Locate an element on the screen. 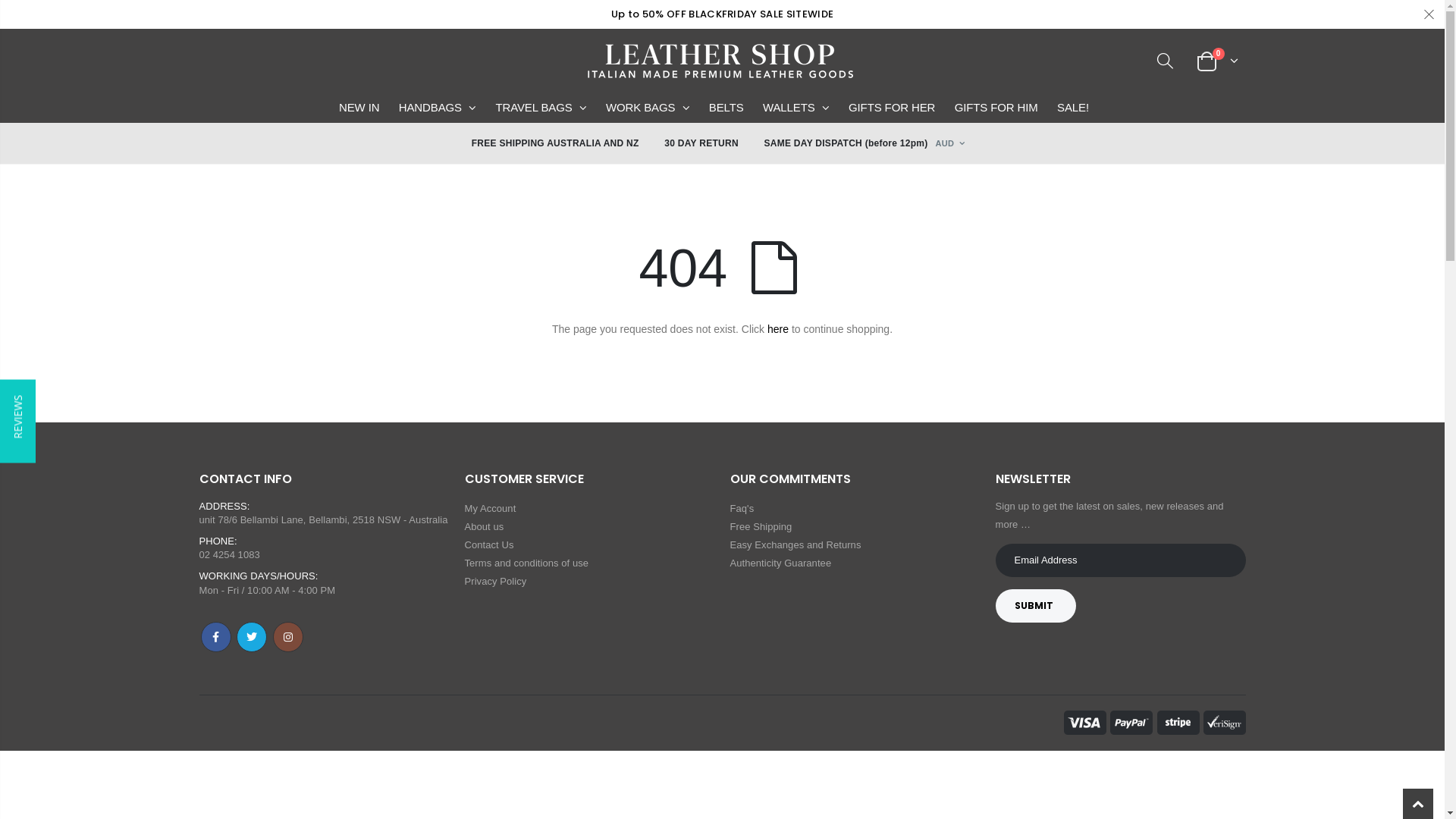  'AFN' is located at coordinates (948, 190).